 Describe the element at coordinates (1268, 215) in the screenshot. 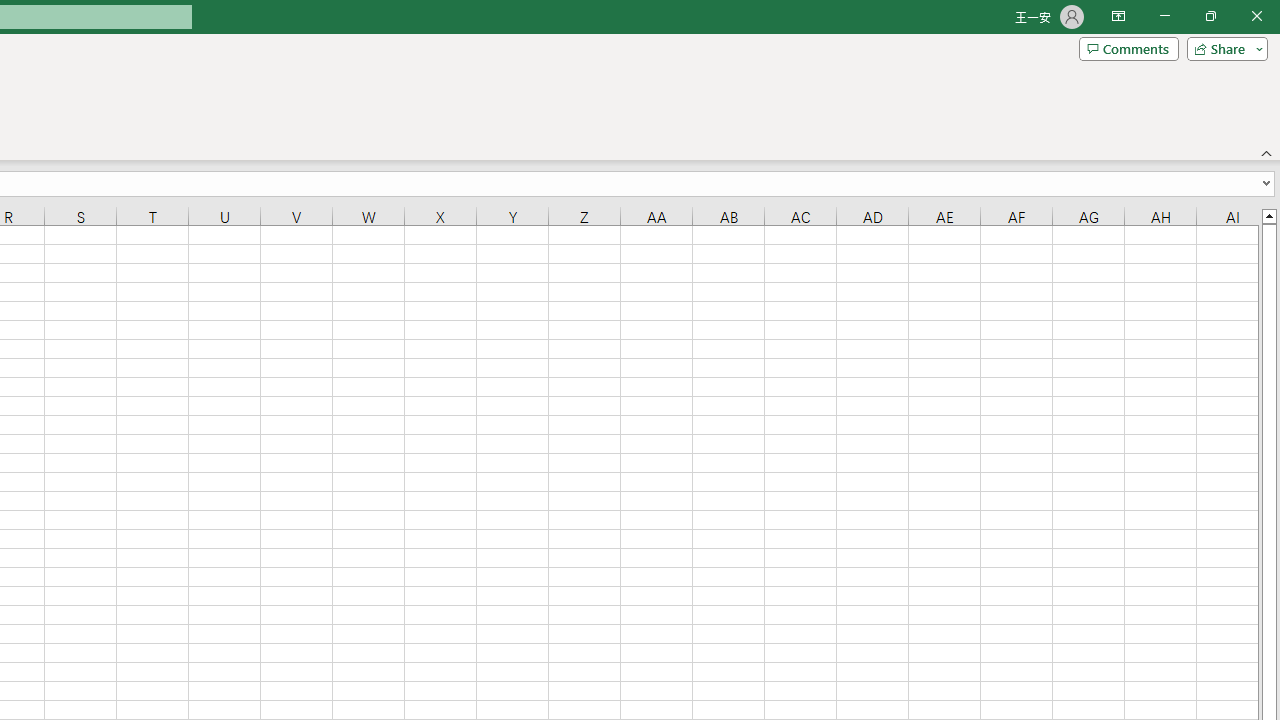

I see `'Line up'` at that location.